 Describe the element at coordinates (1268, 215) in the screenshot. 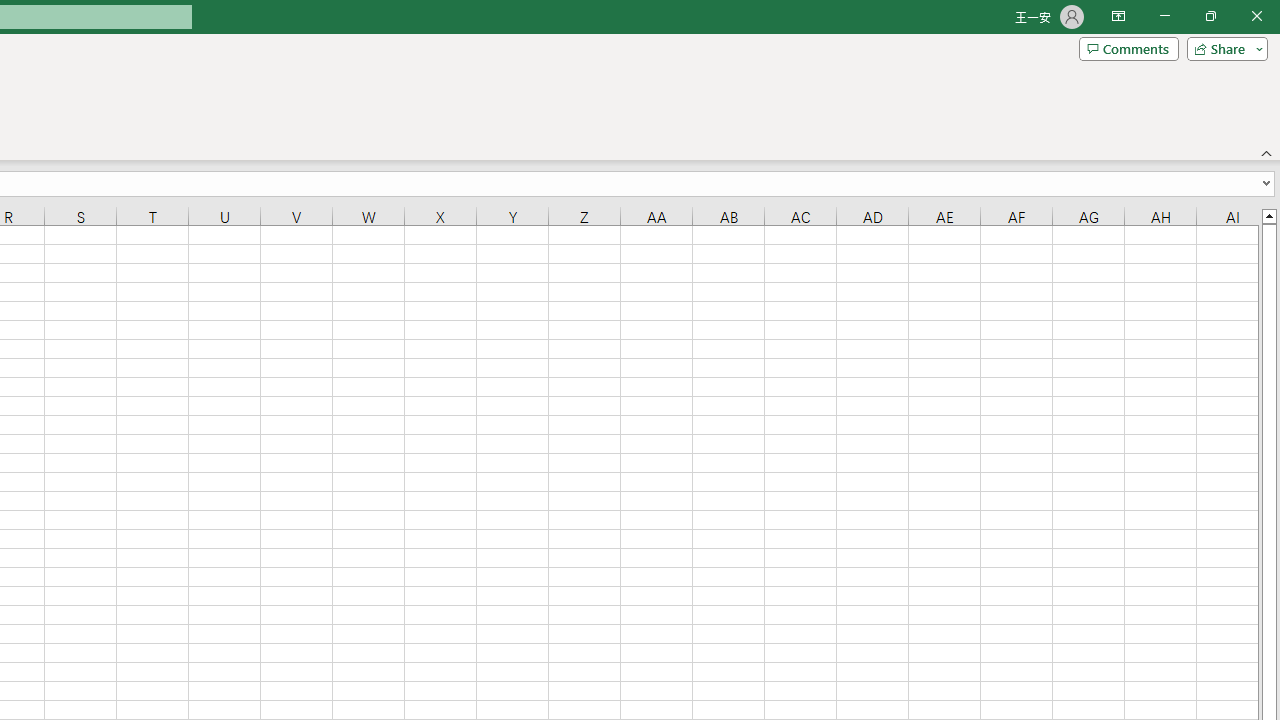

I see `'Line up'` at that location.